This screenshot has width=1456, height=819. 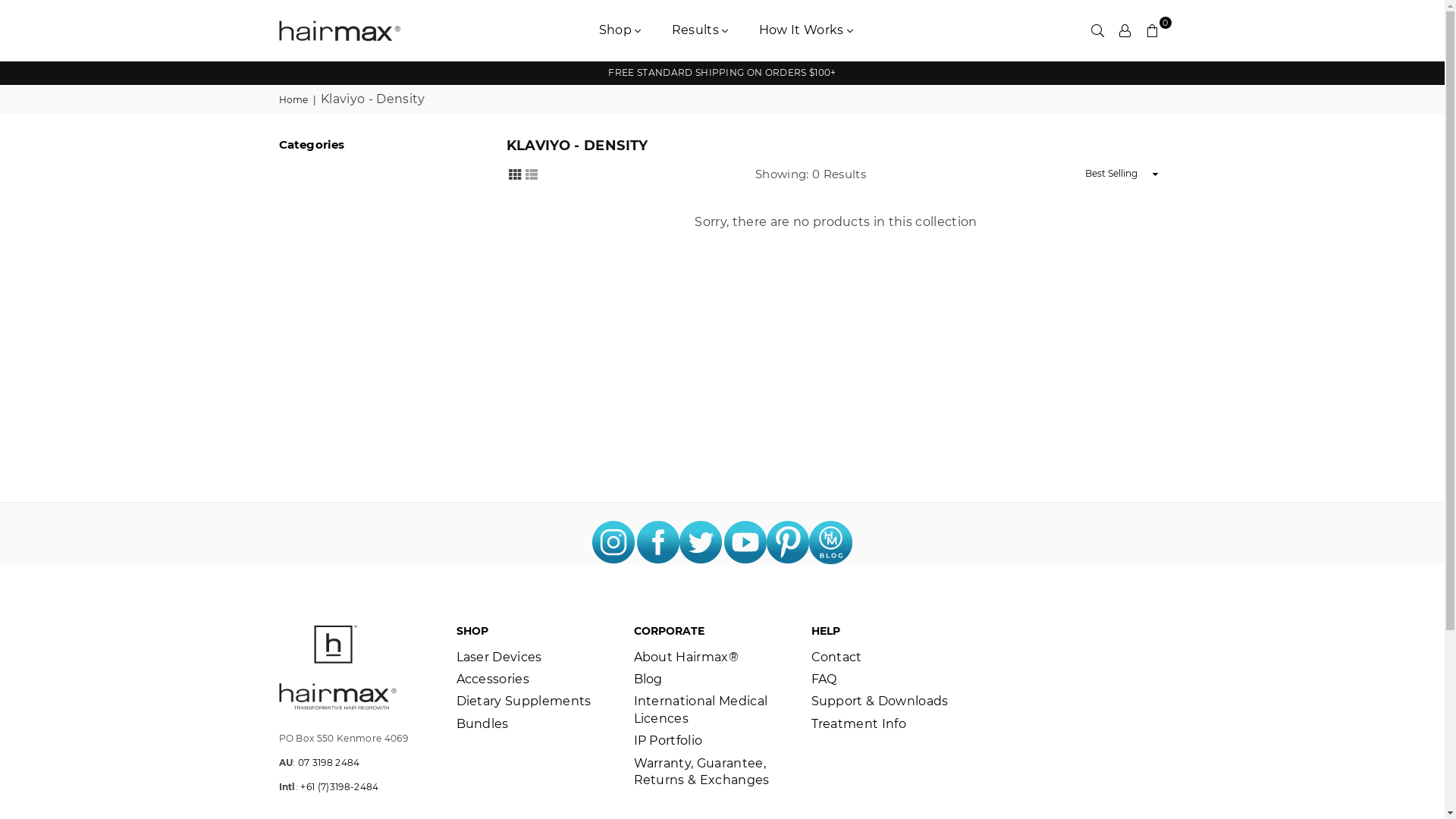 What do you see at coordinates (1098, 30) in the screenshot?
I see `'Search'` at bounding box center [1098, 30].